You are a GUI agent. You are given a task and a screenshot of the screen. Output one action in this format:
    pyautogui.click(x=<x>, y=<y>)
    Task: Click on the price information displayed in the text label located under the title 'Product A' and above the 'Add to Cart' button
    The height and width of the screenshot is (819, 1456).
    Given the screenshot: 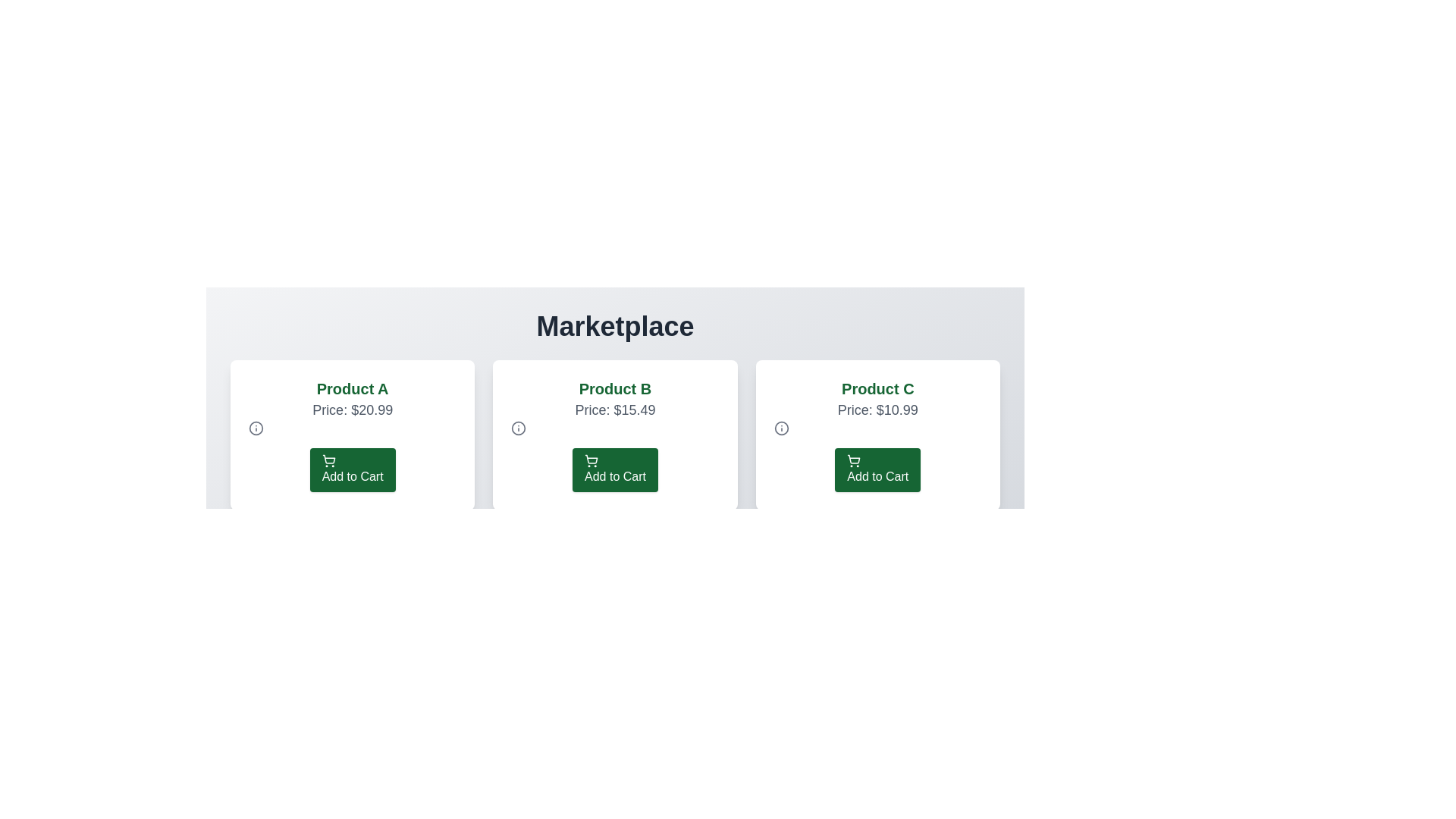 What is the action you would take?
    pyautogui.click(x=352, y=409)
    